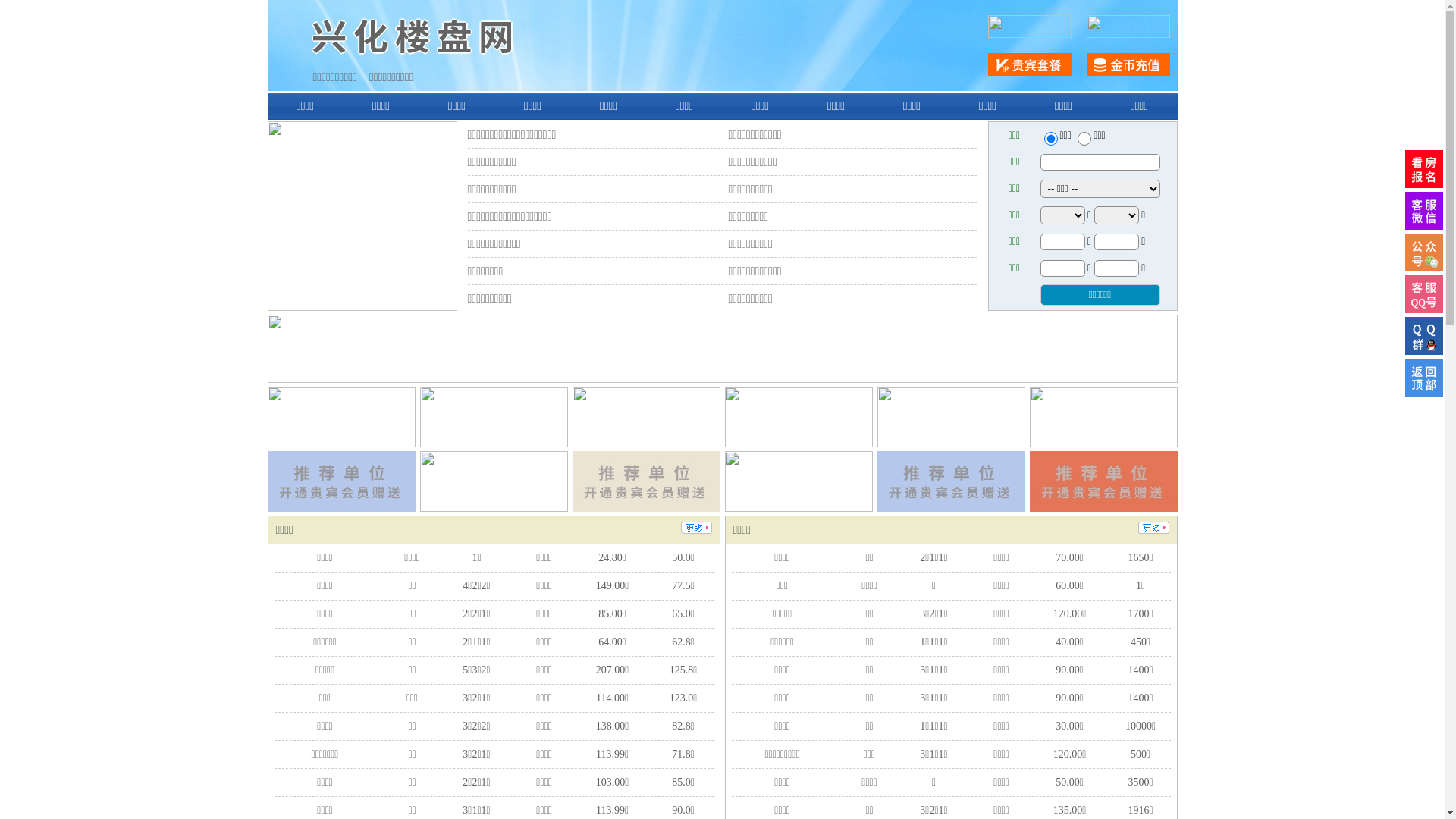  What do you see at coordinates (1084, 138) in the screenshot?
I see `'chuzu'` at bounding box center [1084, 138].